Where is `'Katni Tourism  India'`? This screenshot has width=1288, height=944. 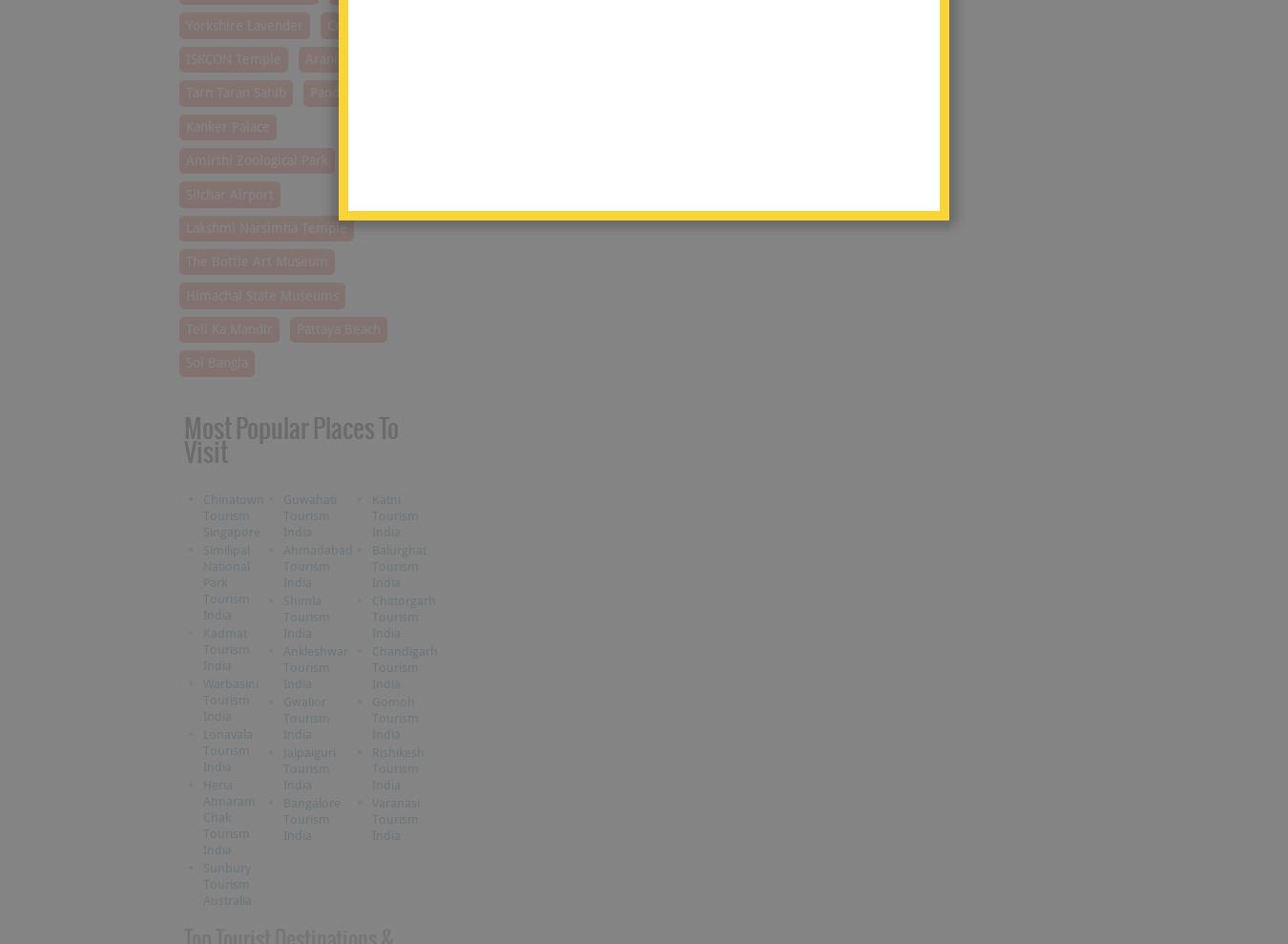 'Katni Tourism  India' is located at coordinates (394, 514).